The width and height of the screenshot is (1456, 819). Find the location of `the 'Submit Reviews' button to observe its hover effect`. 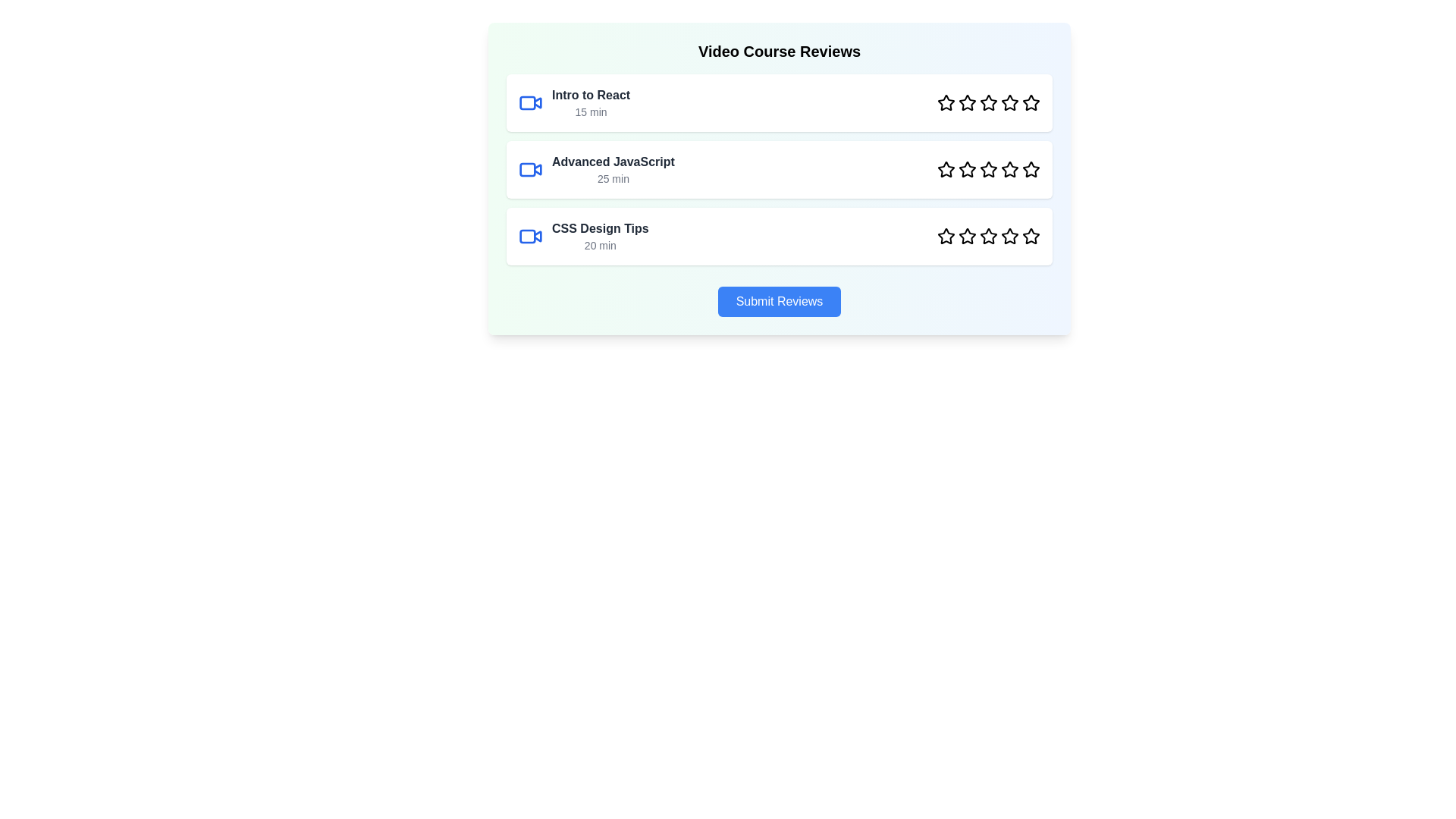

the 'Submit Reviews' button to observe its hover effect is located at coordinates (779, 301).